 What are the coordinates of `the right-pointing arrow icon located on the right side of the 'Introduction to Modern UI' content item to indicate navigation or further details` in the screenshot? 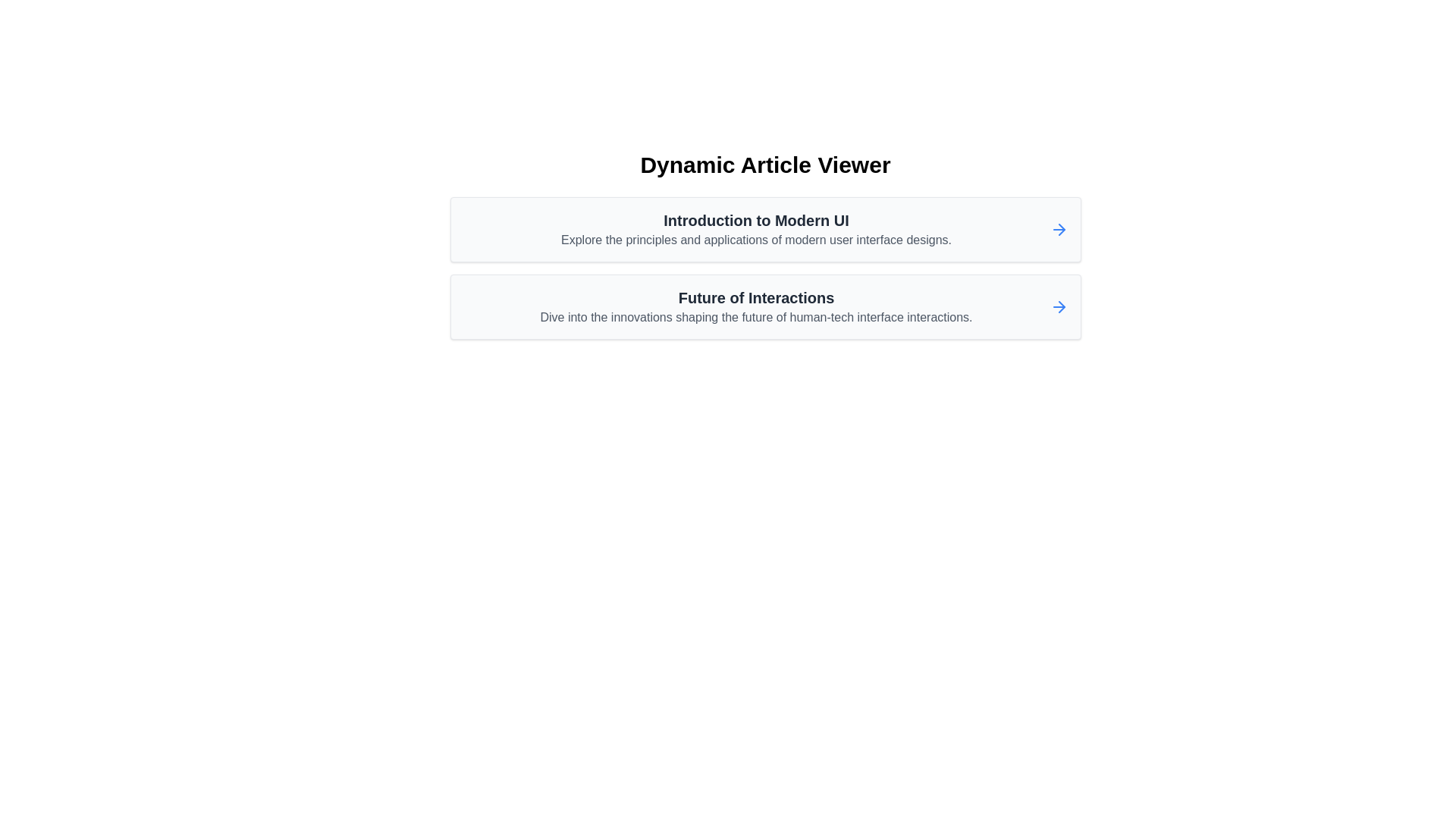 It's located at (1061, 230).